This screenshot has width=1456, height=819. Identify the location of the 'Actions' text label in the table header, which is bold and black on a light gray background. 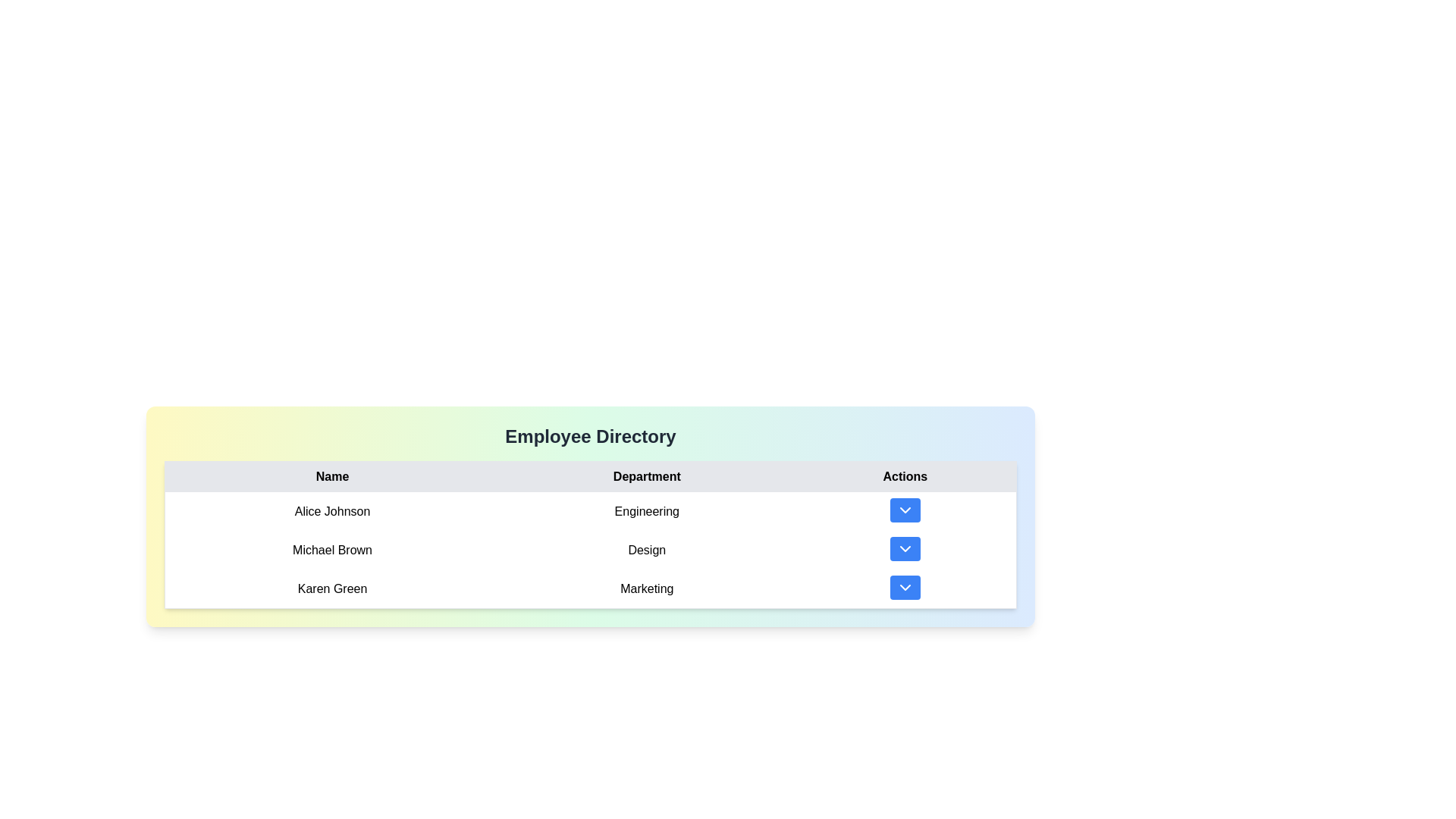
(905, 475).